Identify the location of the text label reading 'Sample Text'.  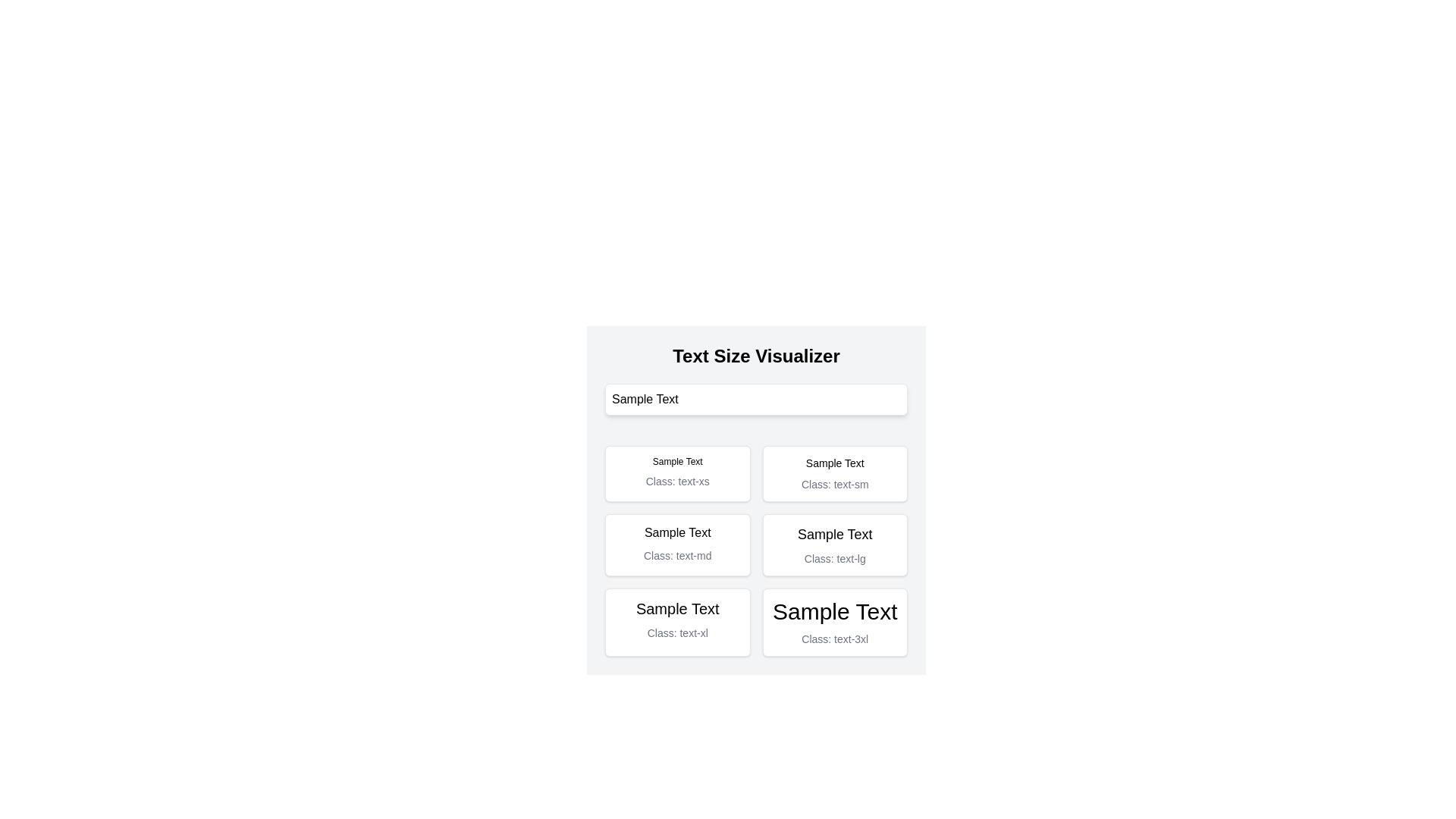
(676, 461).